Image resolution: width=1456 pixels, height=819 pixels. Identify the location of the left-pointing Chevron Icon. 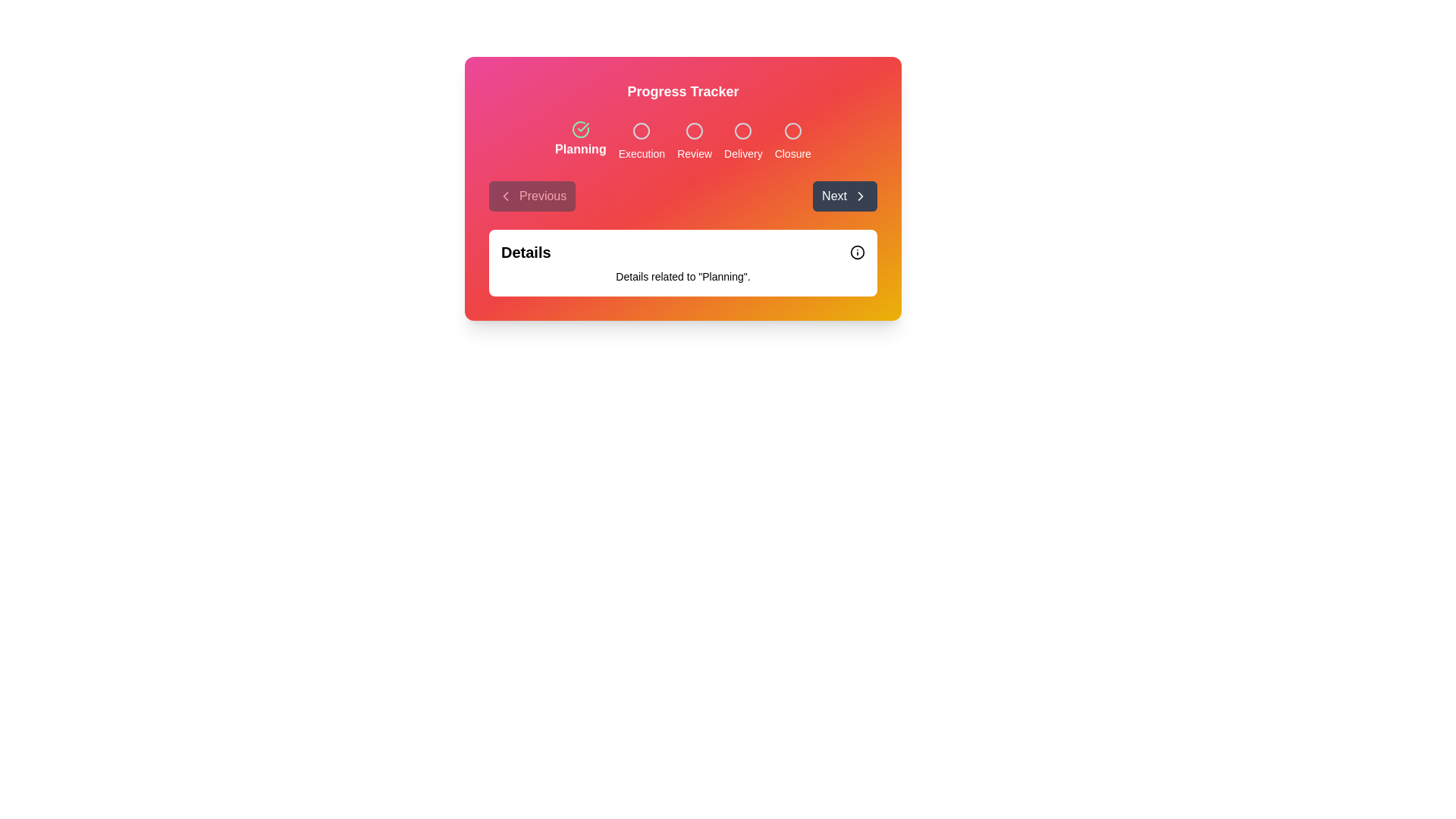
(506, 195).